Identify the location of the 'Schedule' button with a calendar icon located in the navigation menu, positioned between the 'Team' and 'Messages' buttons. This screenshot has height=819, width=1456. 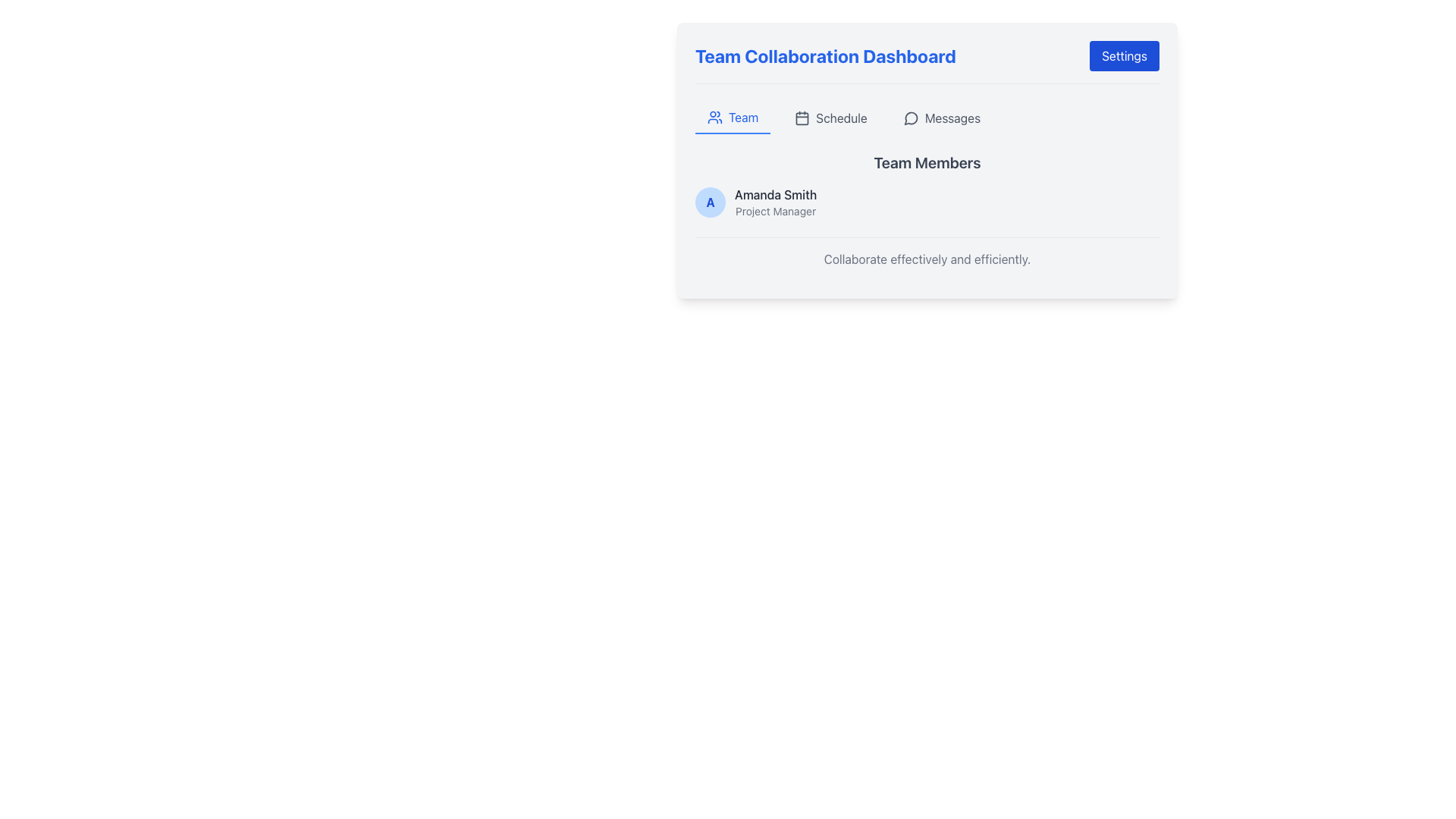
(830, 117).